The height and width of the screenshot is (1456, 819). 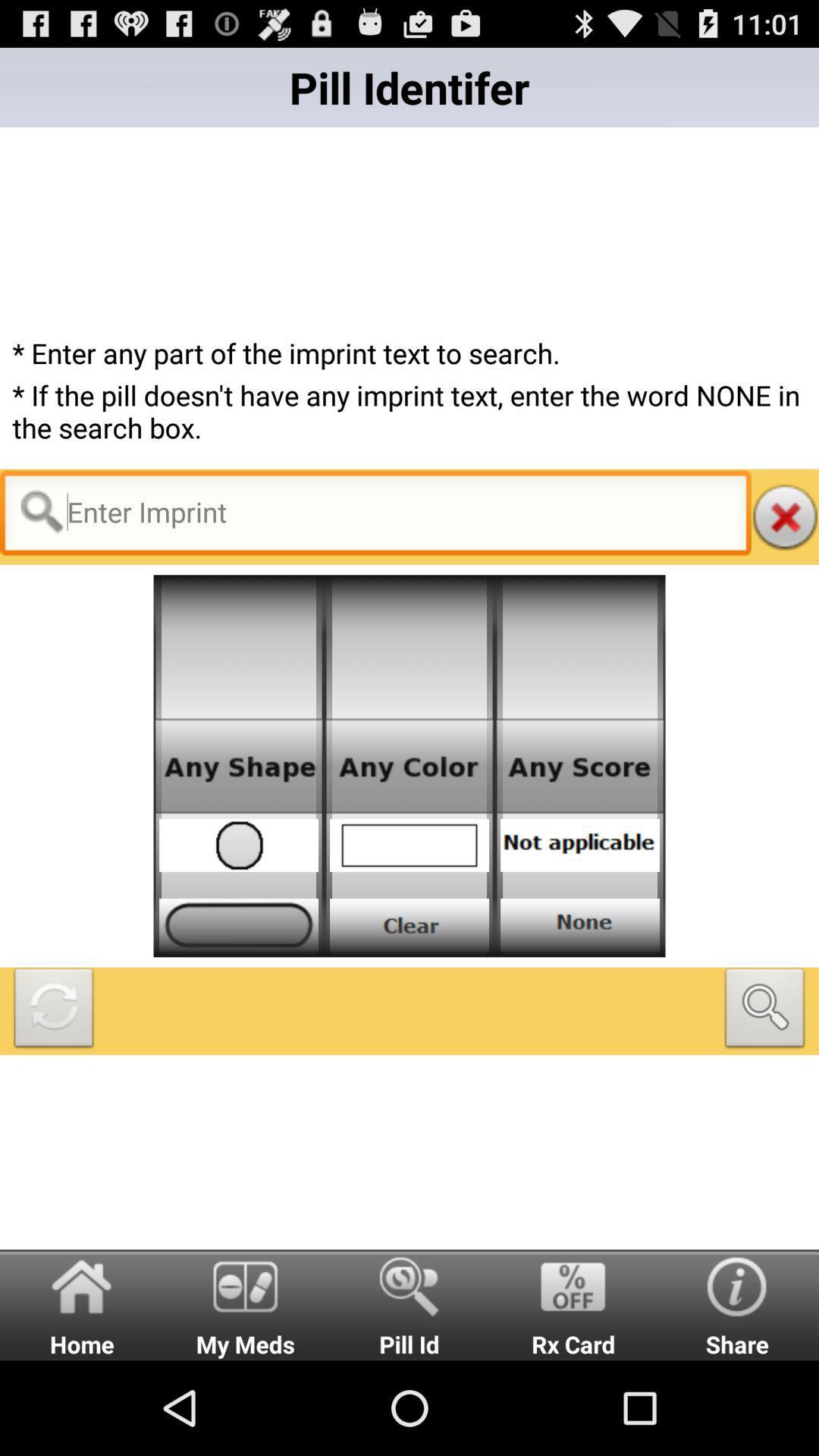 I want to click on the text pill id, so click(x=409, y=1304).